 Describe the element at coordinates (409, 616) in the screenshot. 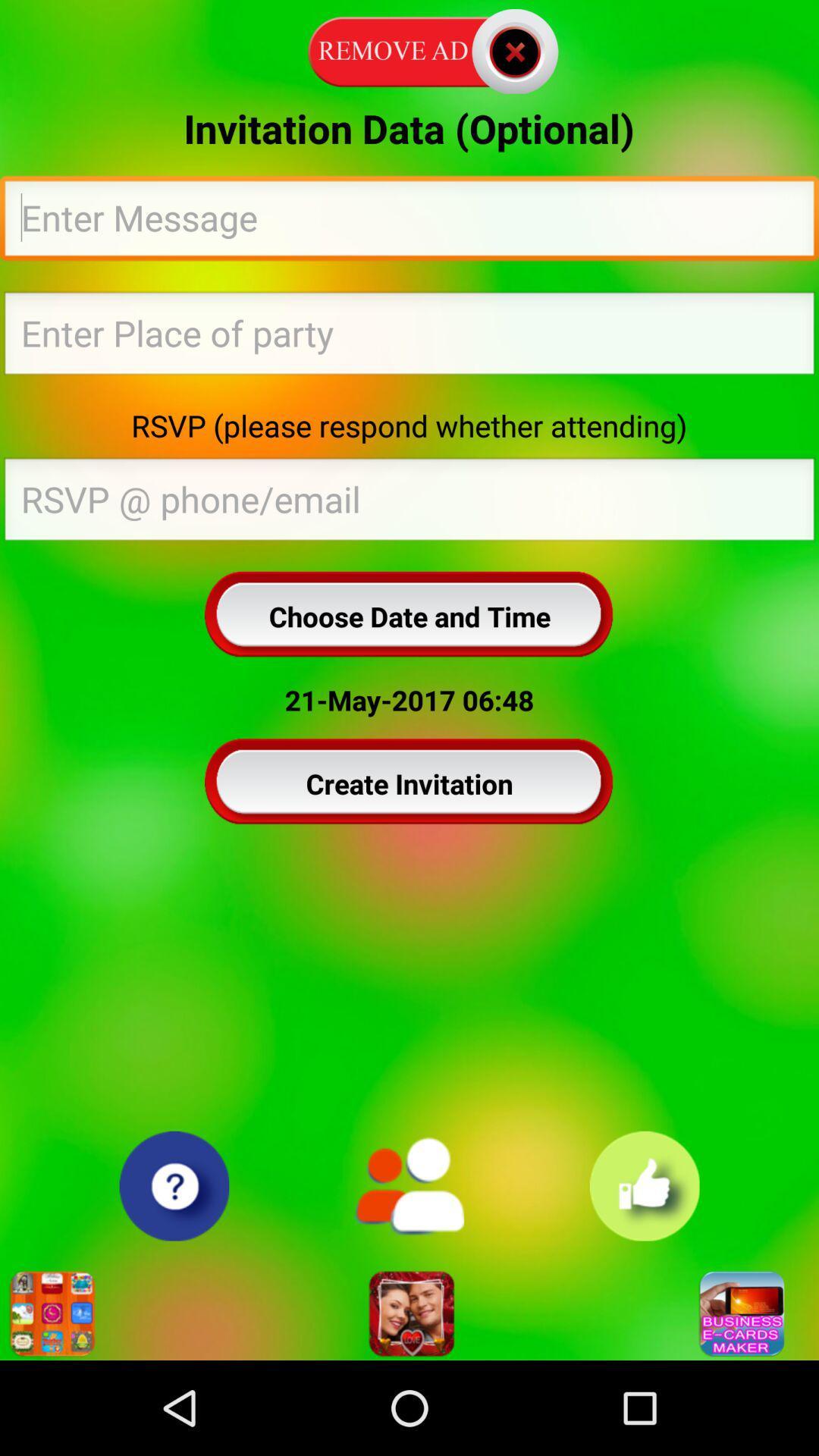

I see `app above the 21 may 2017 item` at that location.